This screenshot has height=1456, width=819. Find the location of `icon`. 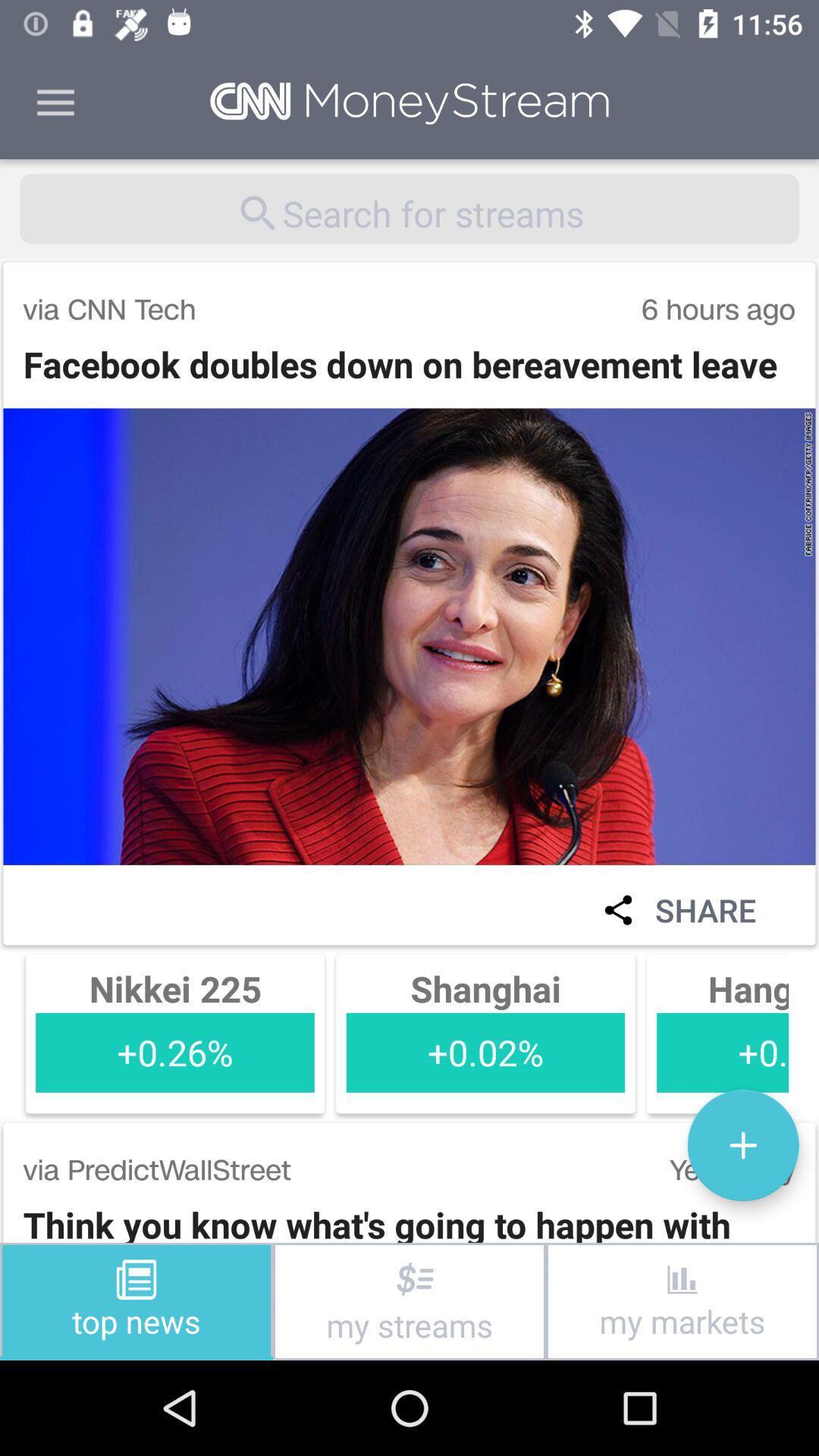

icon is located at coordinates (742, 1145).